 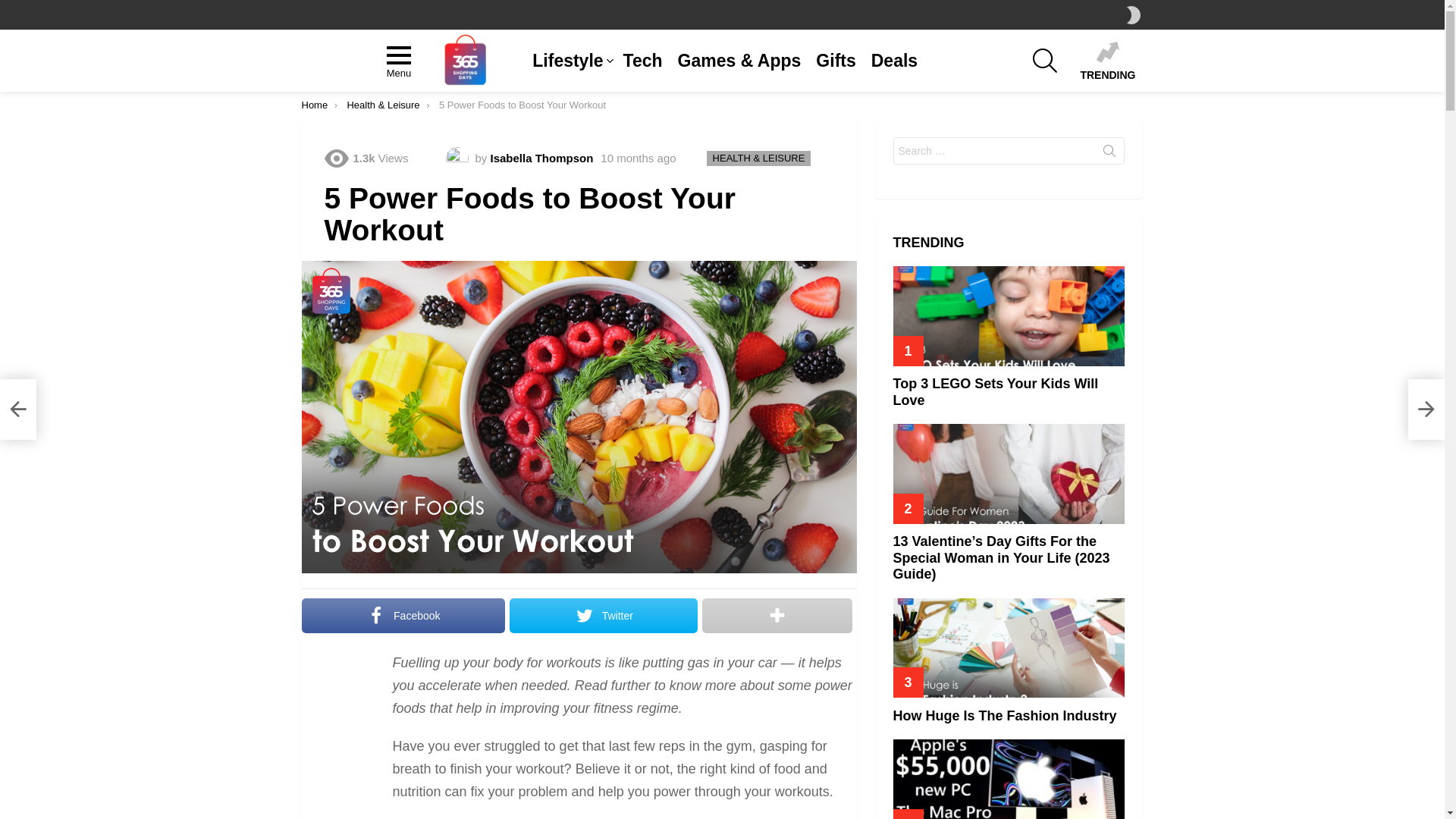 I want to click on 'How Huge Is The Fashion Industry', so click(x=1005, y=716).